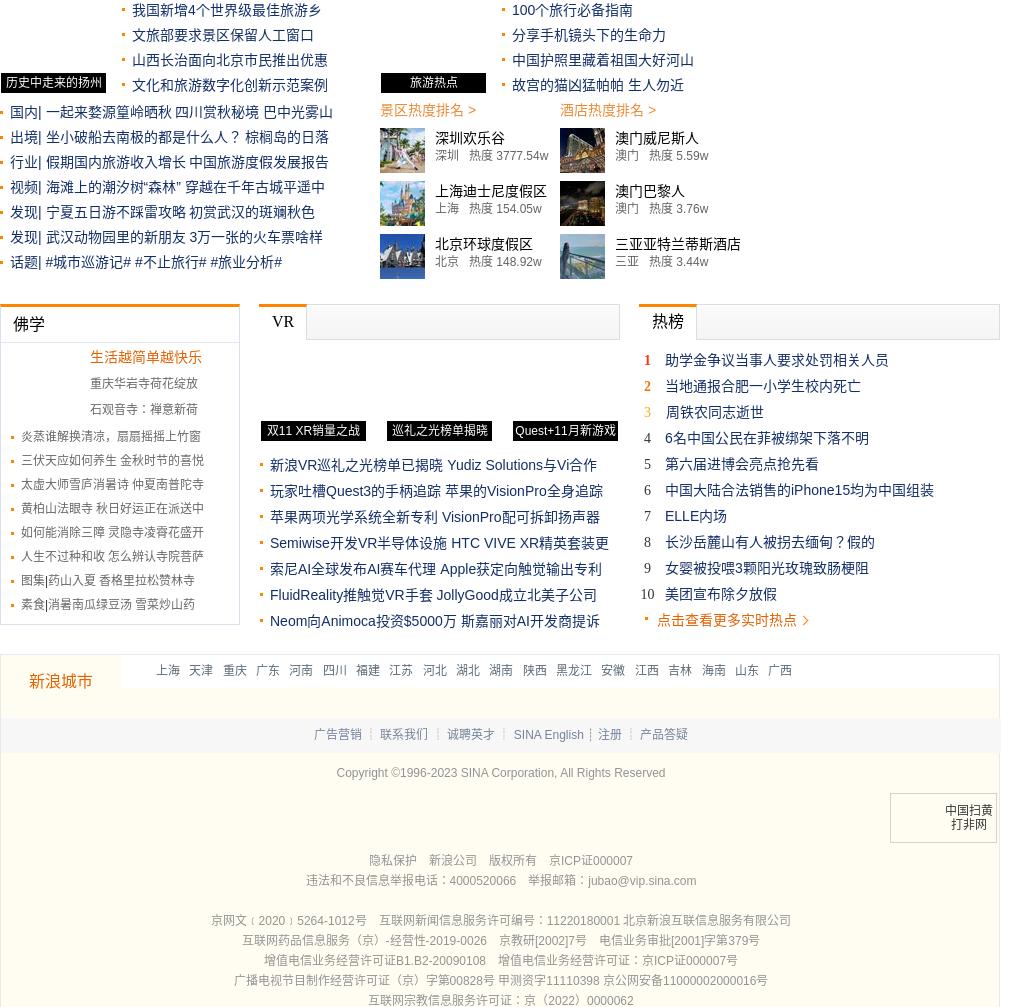  What do you see at coordinates (641, 880) in the screenshot?
I see `'jubao@vip.sina.com'` at bounding box center [641, 880].